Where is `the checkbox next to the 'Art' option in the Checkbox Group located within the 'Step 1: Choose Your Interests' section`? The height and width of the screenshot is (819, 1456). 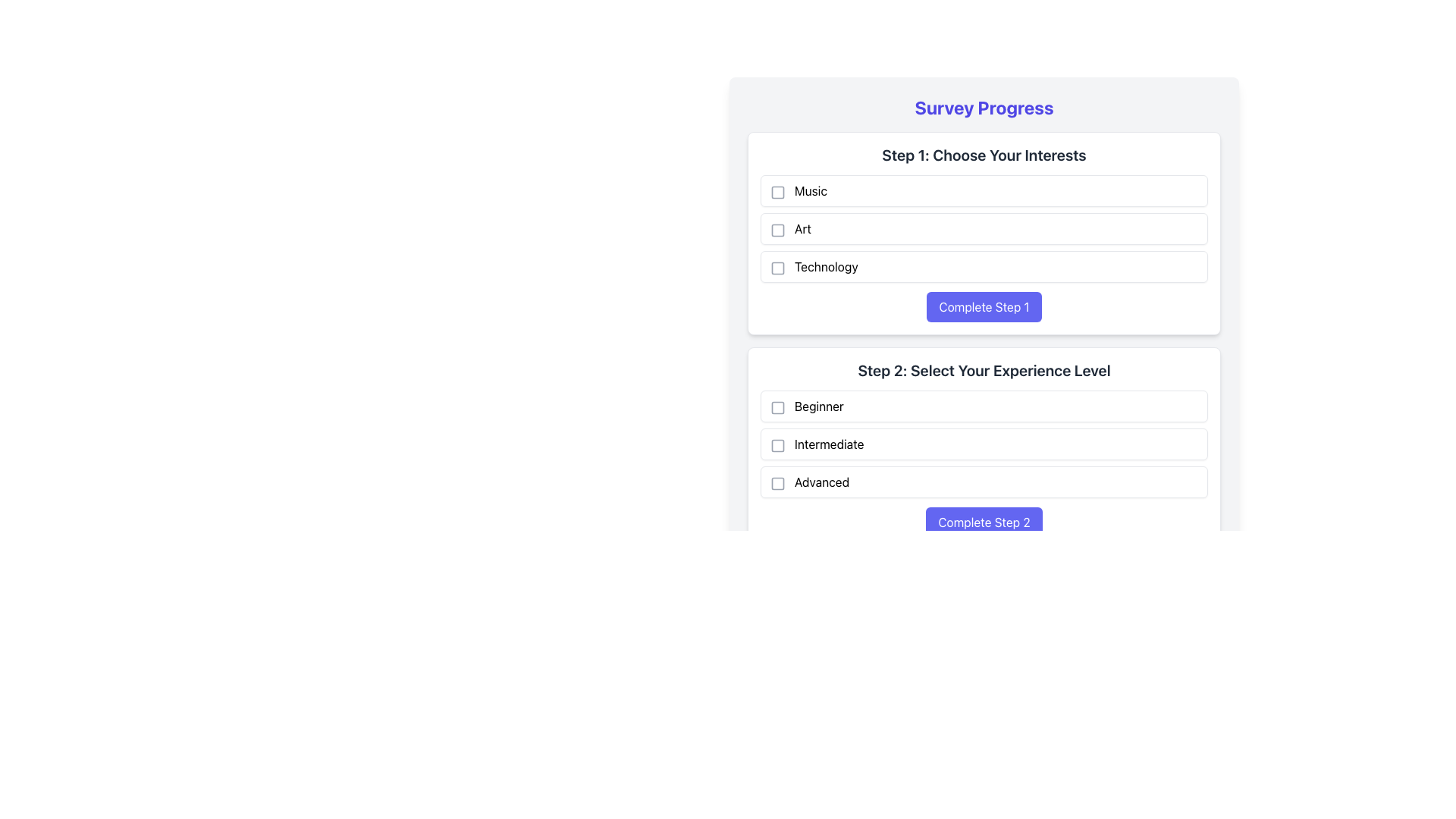
the checkbox next to the 'Art' option in the Checkbox Group located within the 'Step 1: Choose Your Interests' section is located at coordinates (984, 228).